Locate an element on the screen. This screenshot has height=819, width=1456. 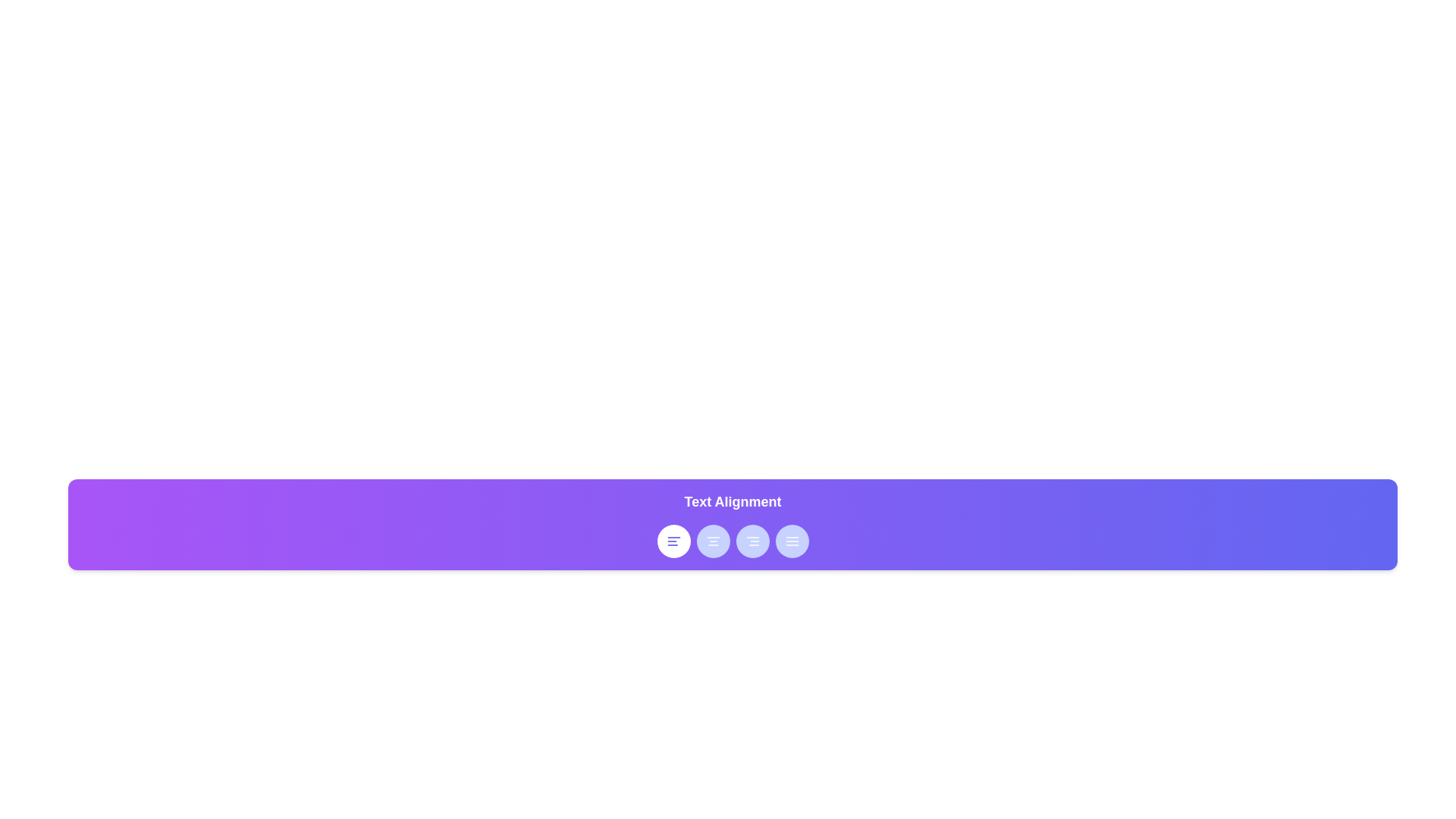
the left-align text icon button located beneath the 'Text Alignment' label is located at coordinates (673, 540).